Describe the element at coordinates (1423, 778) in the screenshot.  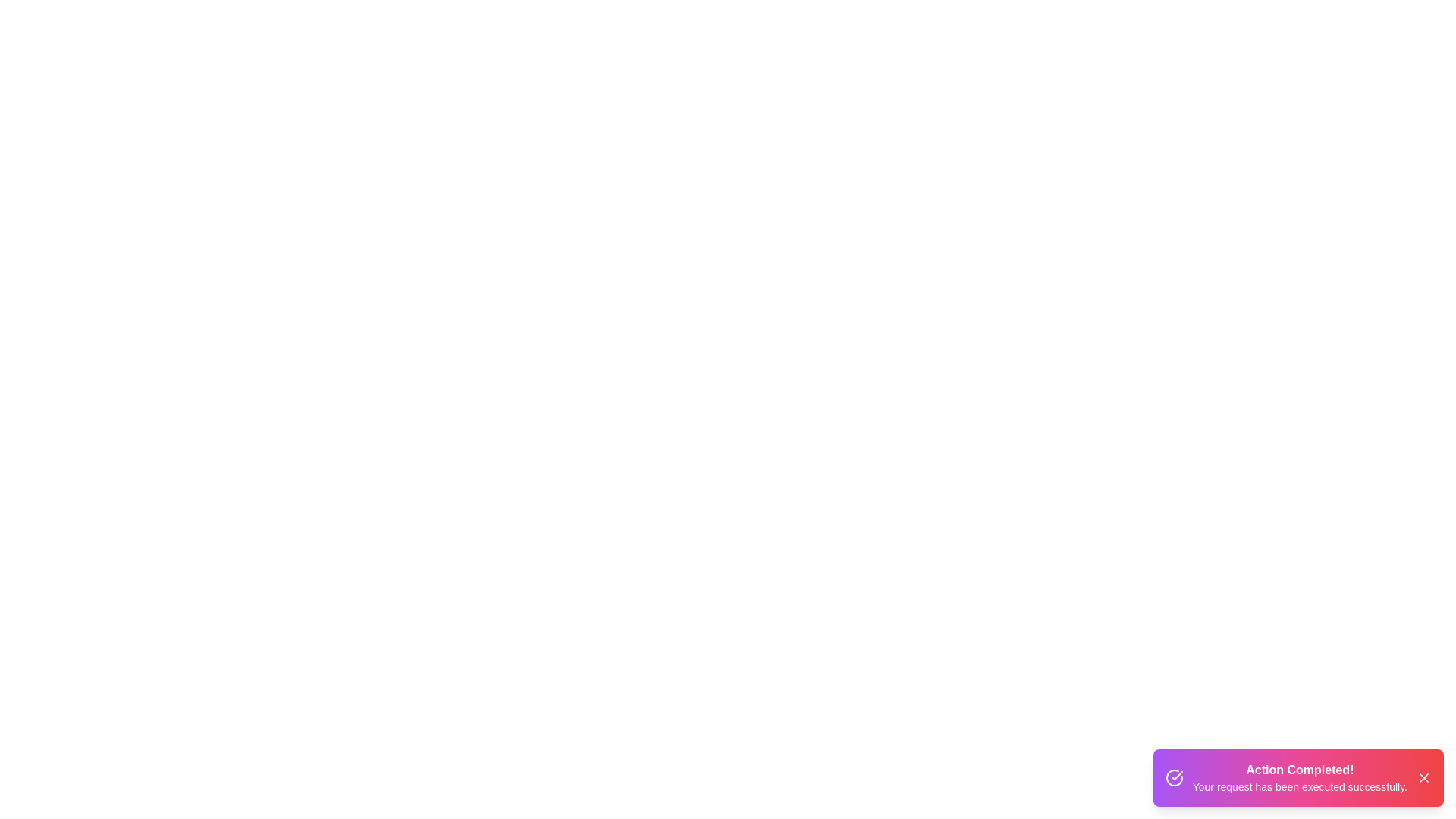
I see `the close icon represented by a minimalist cross symbol located in the bottom-right corner of the notification section` at that location.